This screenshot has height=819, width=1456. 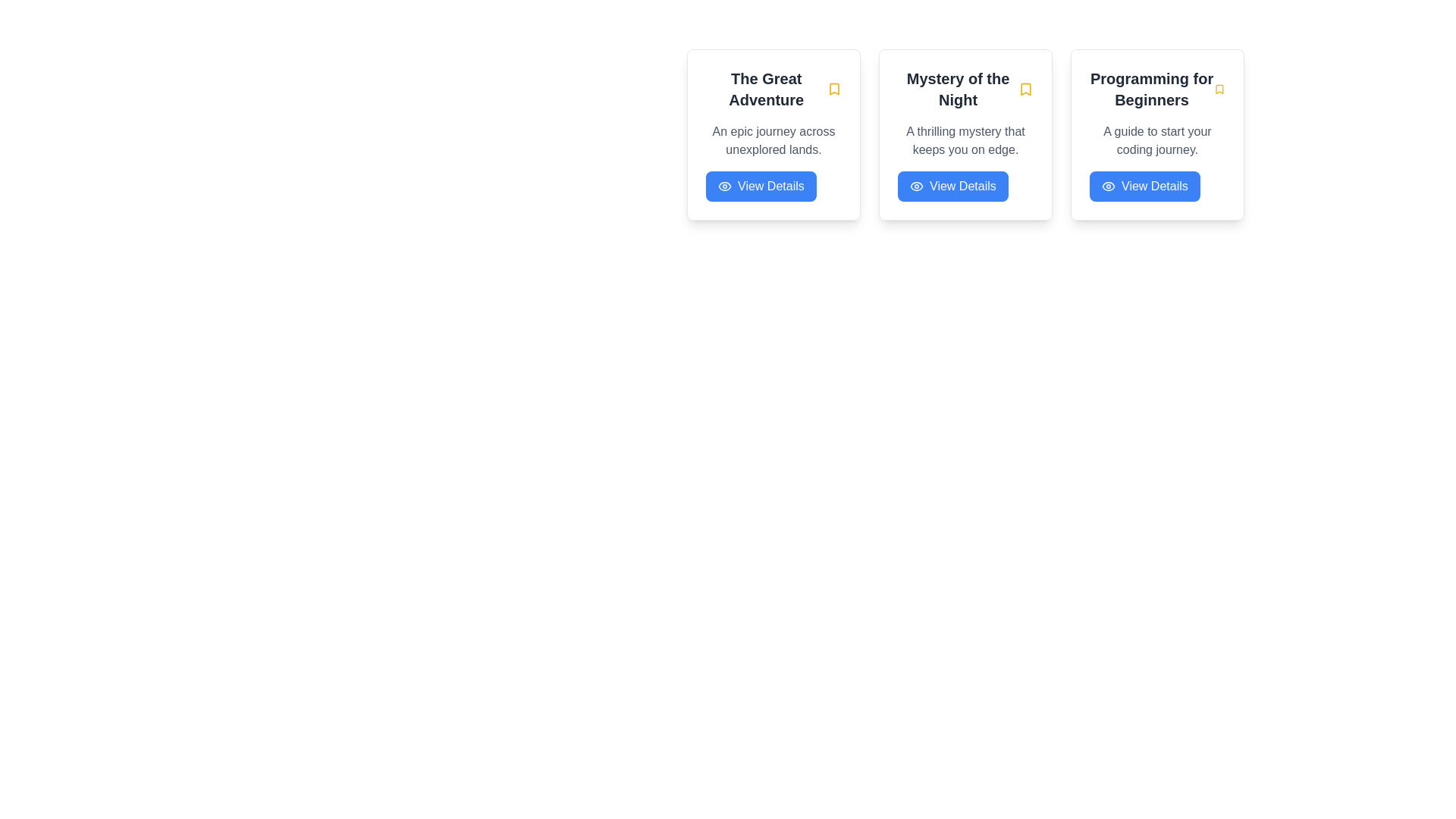 I want to click on the bookmark icon located to the right of the title text 'The Great Adventure', so click(x=833, y=89).